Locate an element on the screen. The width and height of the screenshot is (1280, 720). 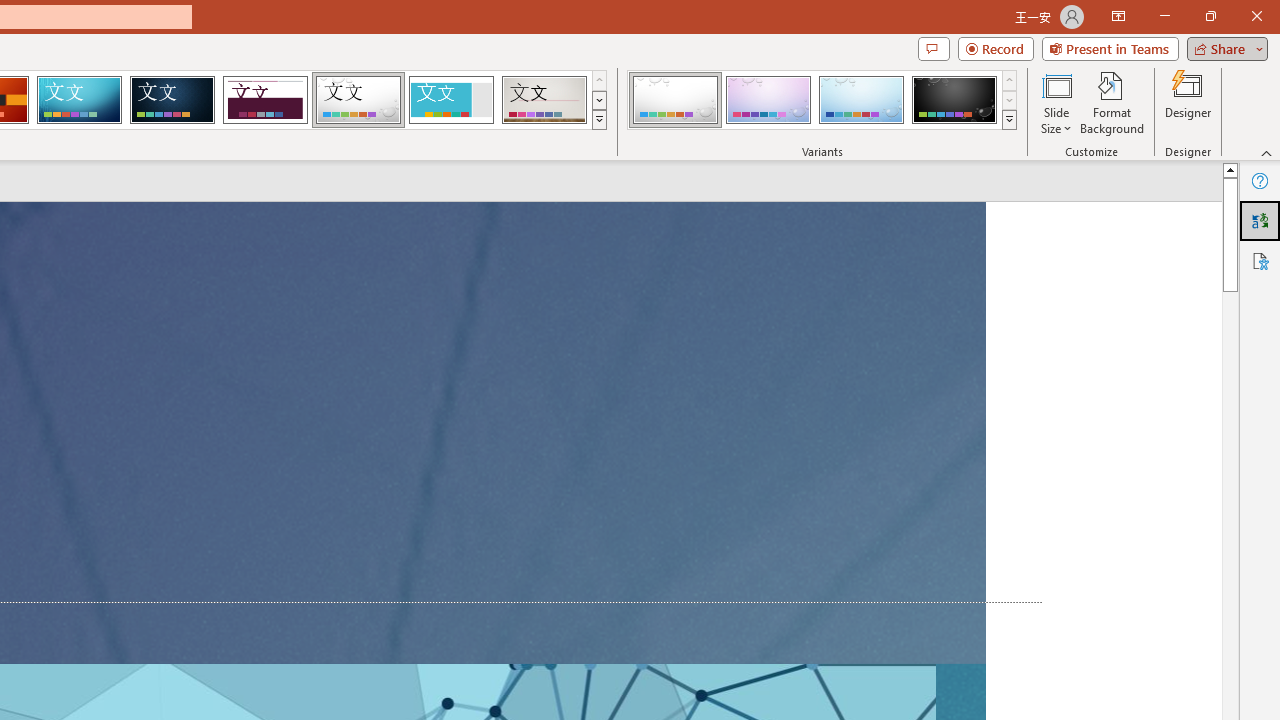
'AutomationID: ThemeVariantsGallery' is located at coordinates (823, 100).